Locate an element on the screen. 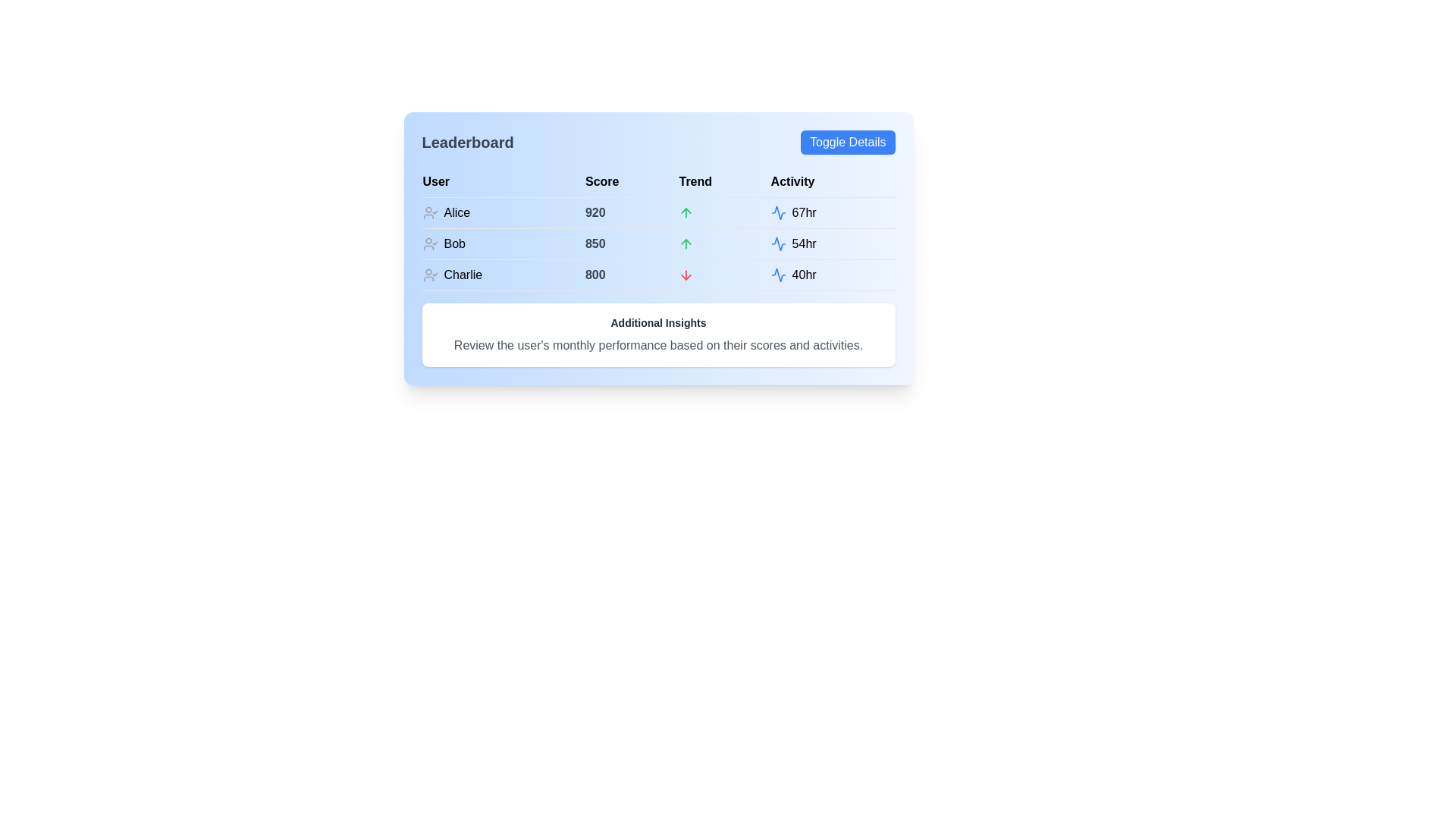  the user profile icon with a checkmark located to the left of the name 'Charlie' in the leaderboard table is located at coordinates (429, 275).